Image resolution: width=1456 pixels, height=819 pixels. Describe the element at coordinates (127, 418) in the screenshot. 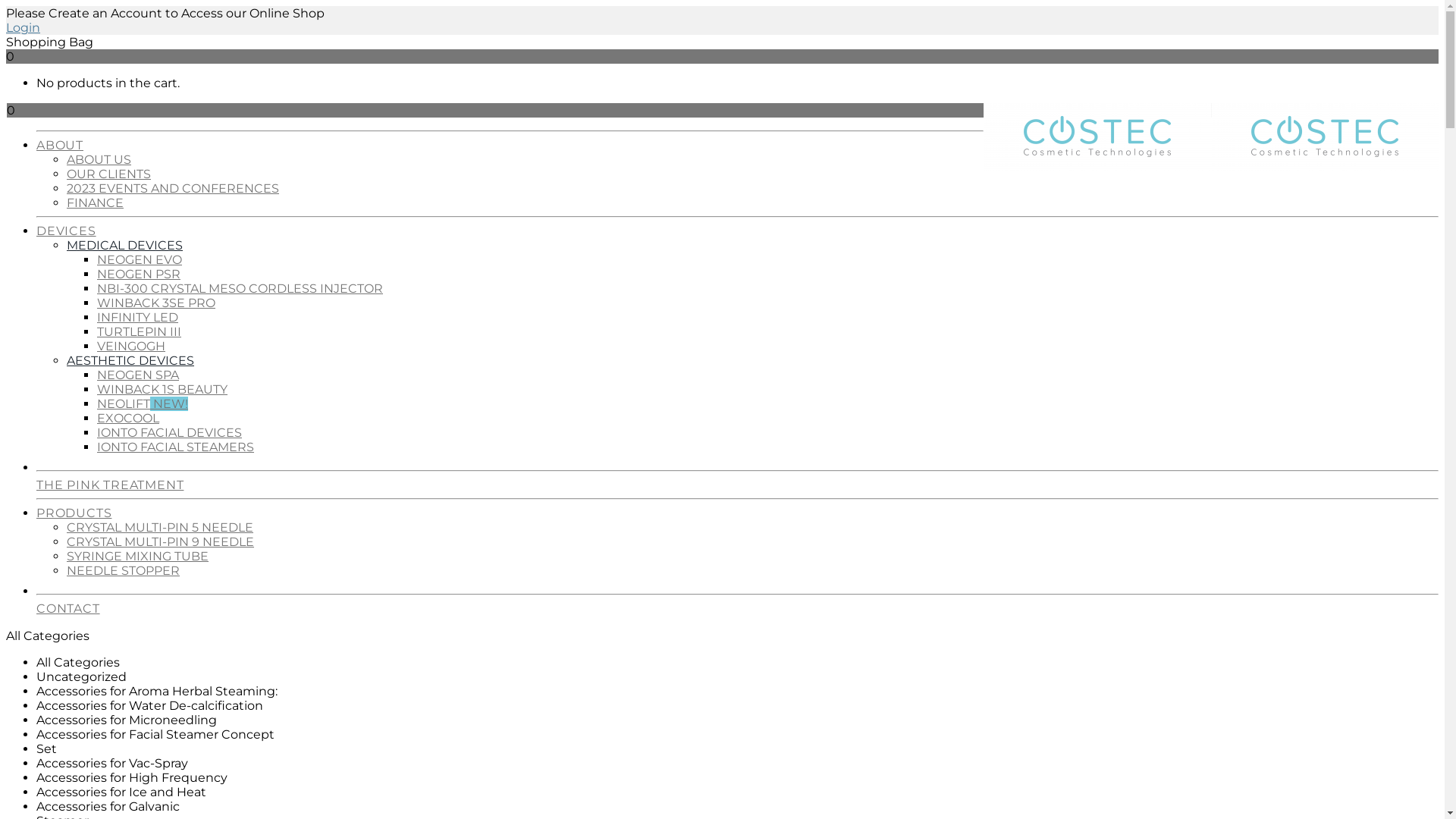

I see `'EXOCOOL'` at that location.